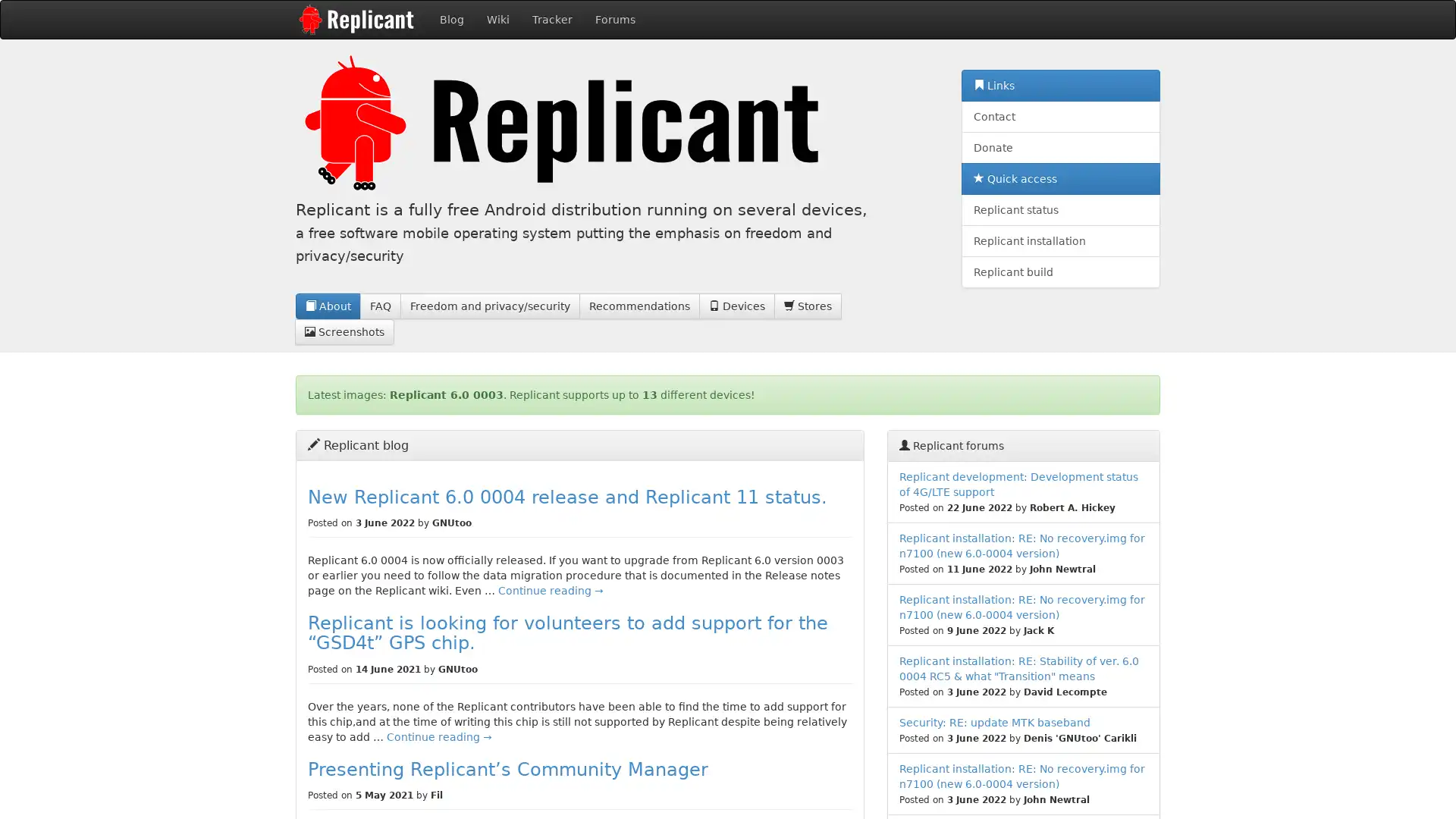 The height and width of the screenshot is (819, 1456). Describe the element at coordinates (639, 306) in the screenshot. I see `Recommendations` at that location.